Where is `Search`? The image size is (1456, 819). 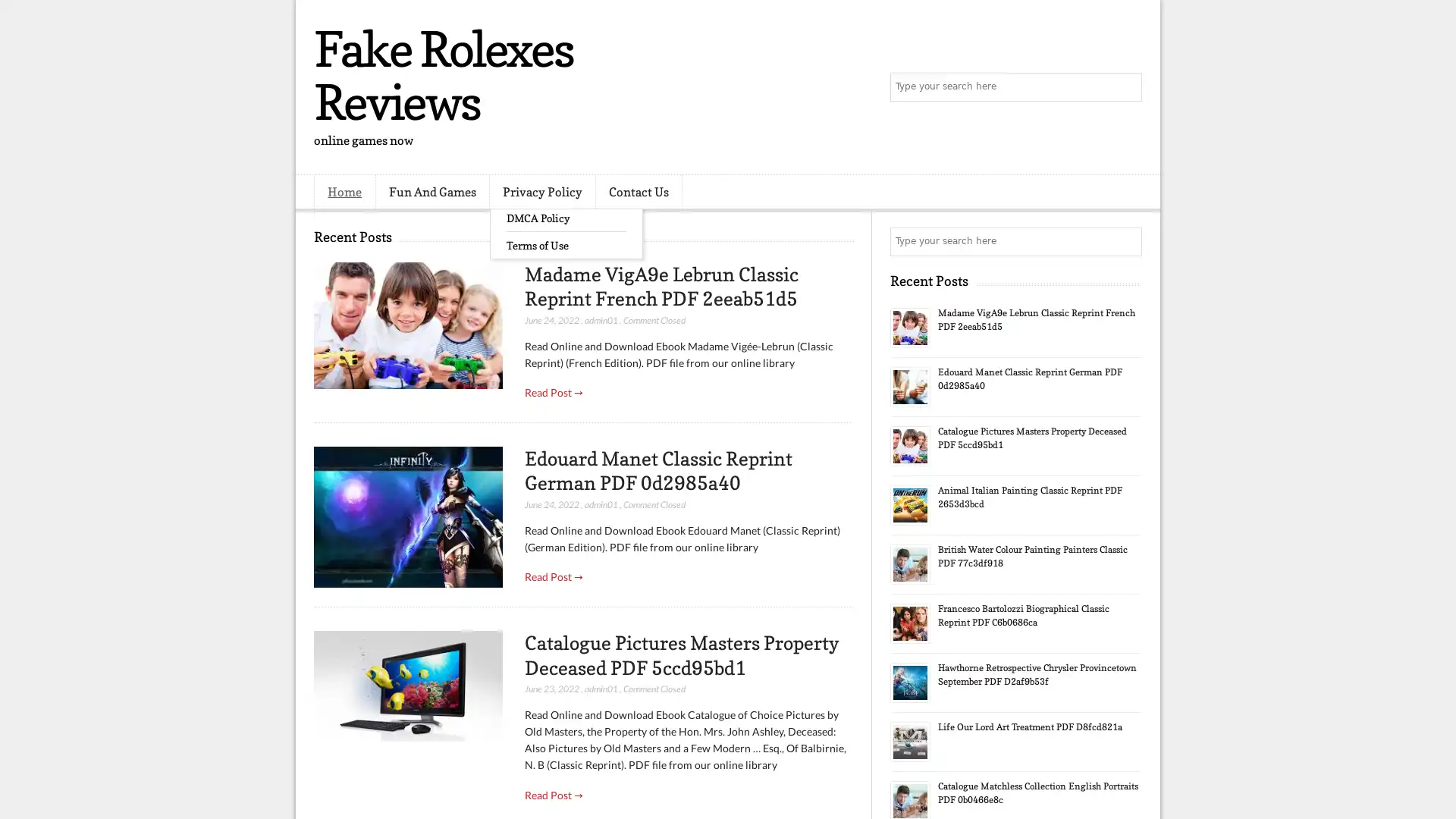 Search is located at coordinates (1126, 87).